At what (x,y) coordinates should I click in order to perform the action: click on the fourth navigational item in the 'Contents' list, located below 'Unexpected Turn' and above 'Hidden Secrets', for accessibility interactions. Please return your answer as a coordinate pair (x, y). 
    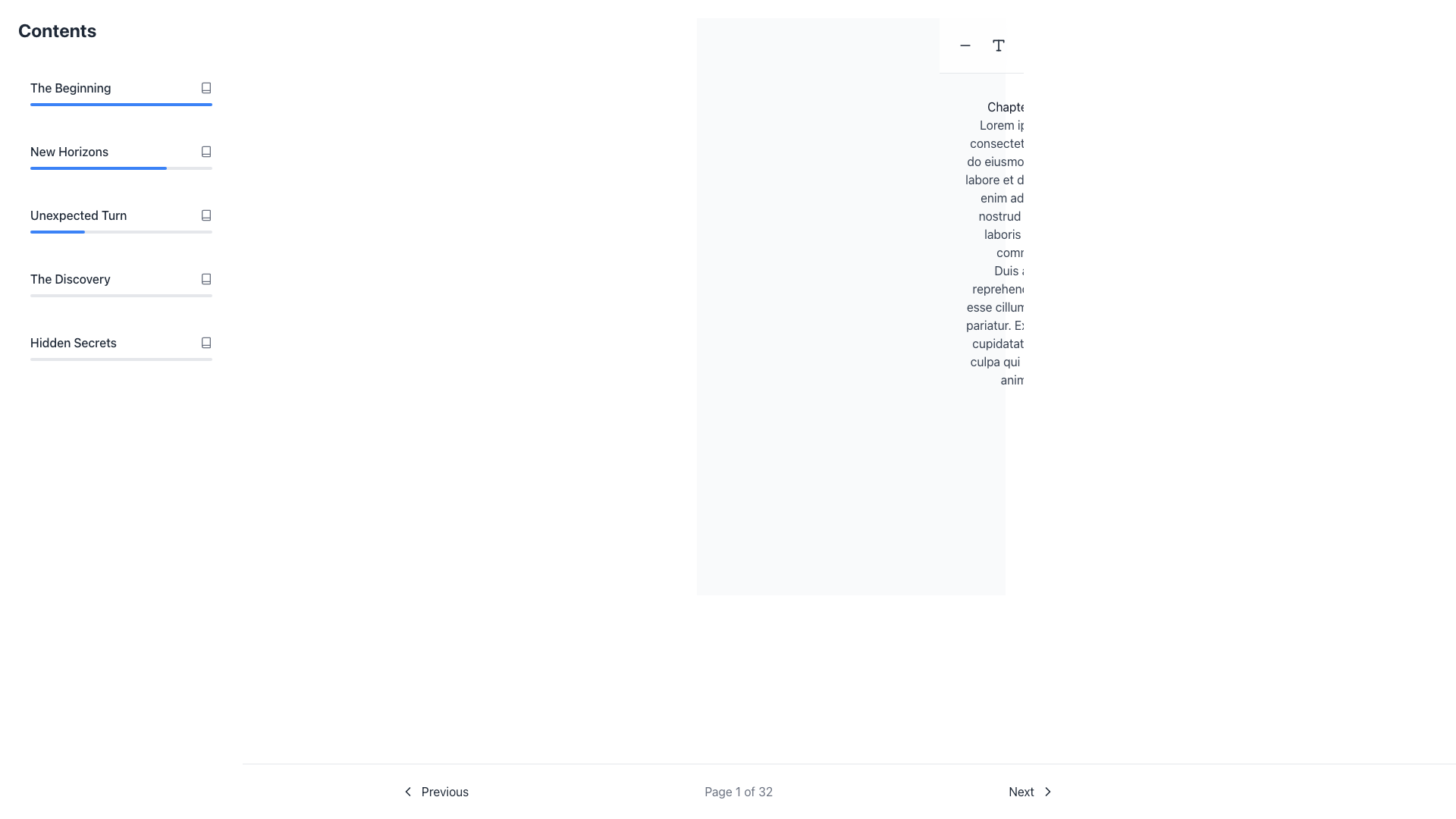
    Looking at the image, I should click on (120, 284).